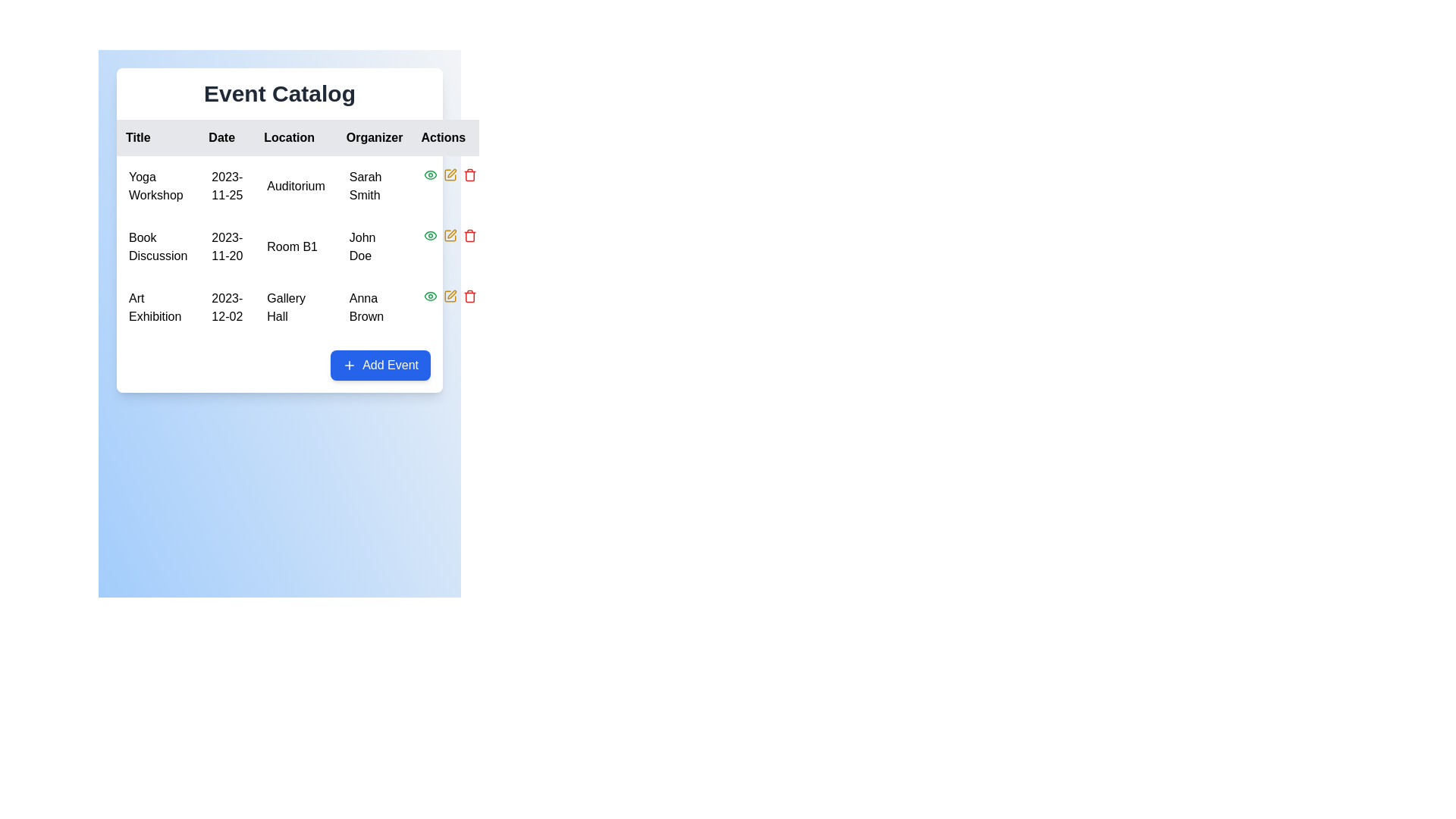 The width and height of the screenshot is (1456, 819). I want to click on the static text field displaying '2023-12-02' under the 'Date' column in the 'Art Exhibition' row of the event catalog table, so click(226, 307).